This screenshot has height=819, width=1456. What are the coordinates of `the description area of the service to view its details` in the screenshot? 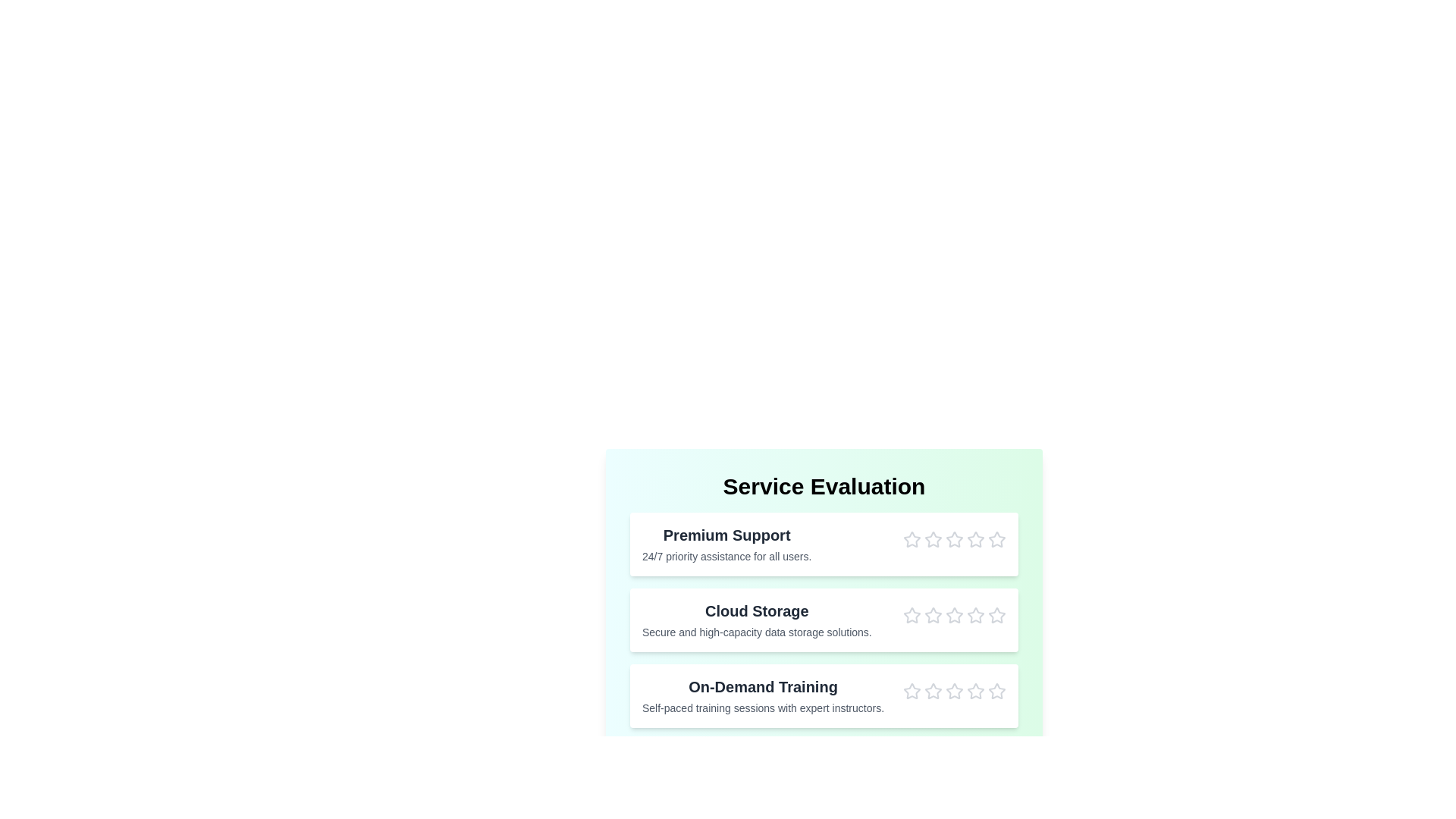 It's located at (726, 543).